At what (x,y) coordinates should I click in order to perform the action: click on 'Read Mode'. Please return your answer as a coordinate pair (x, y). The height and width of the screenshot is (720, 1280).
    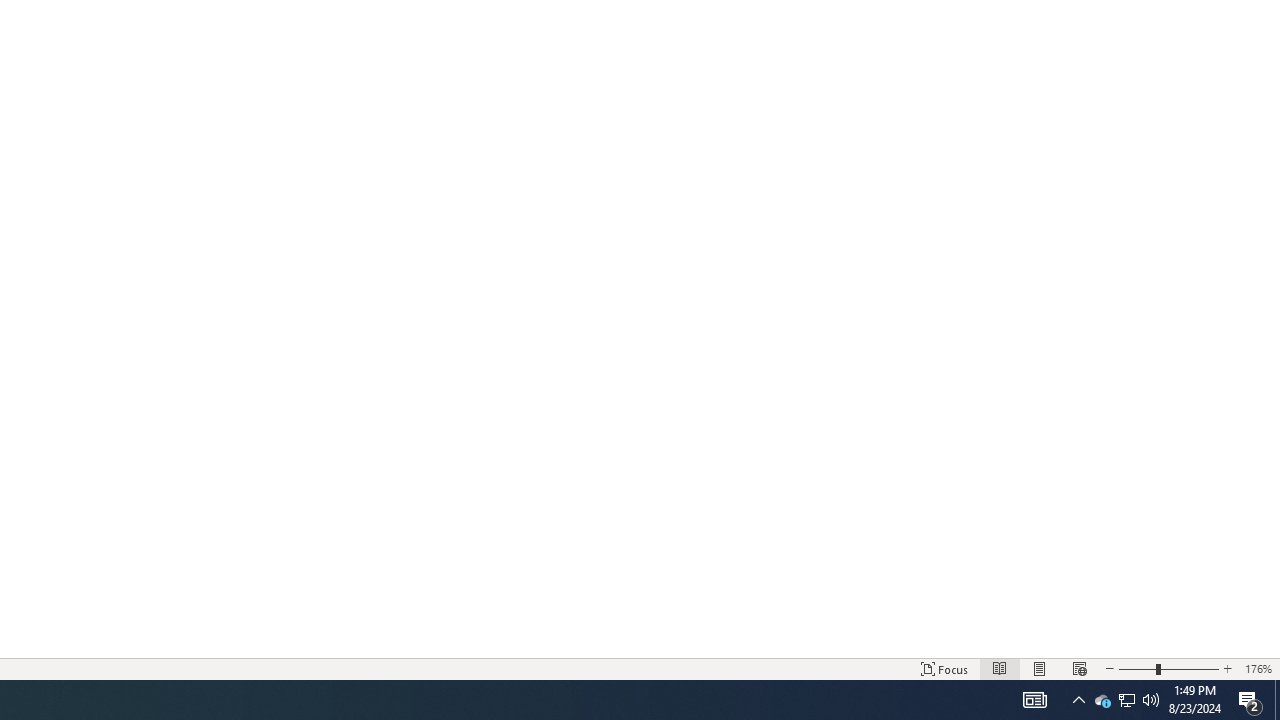
    Looking at the image, I should click on (1000, 669).